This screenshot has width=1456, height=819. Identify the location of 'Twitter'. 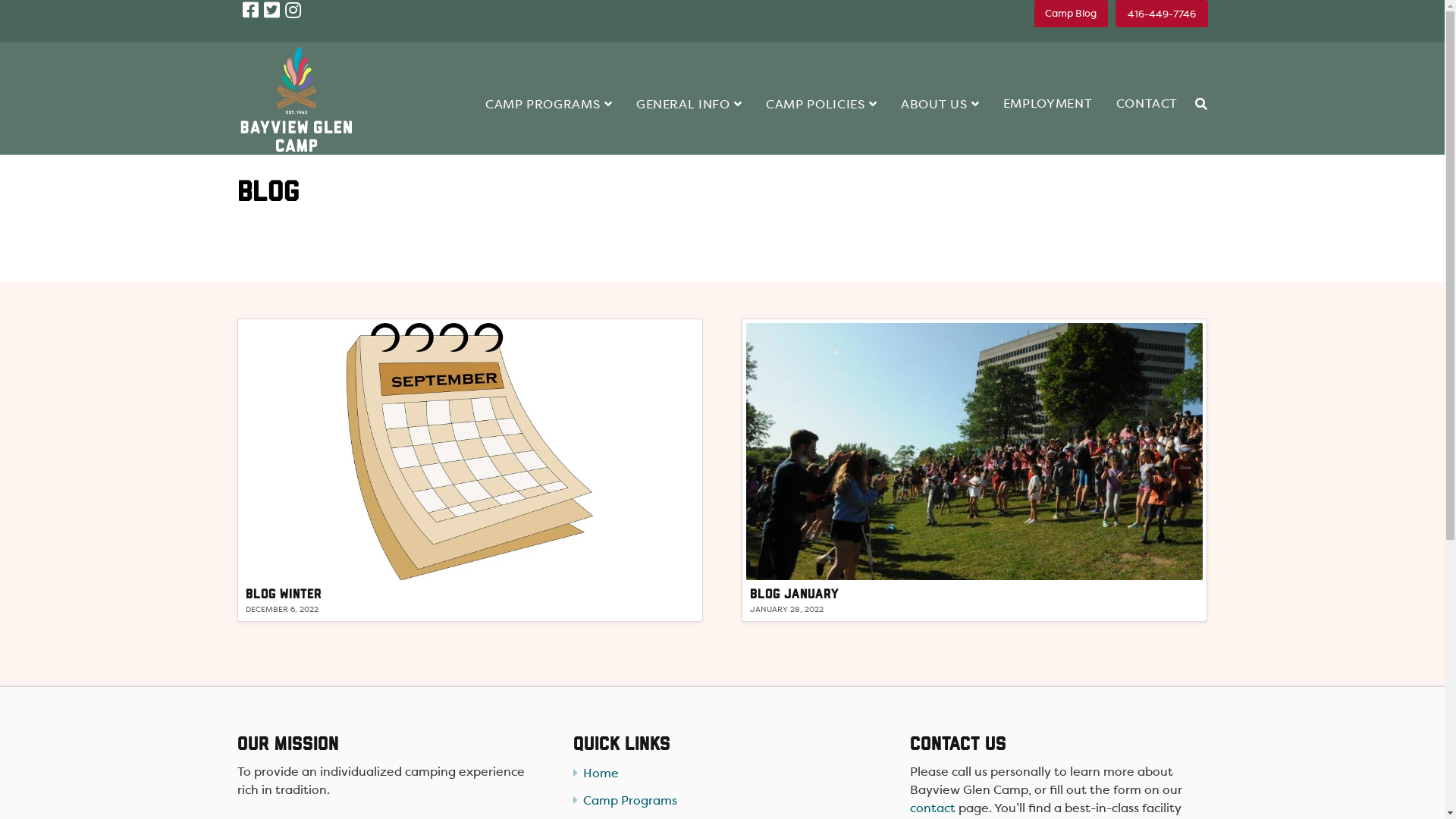
(271, 9).